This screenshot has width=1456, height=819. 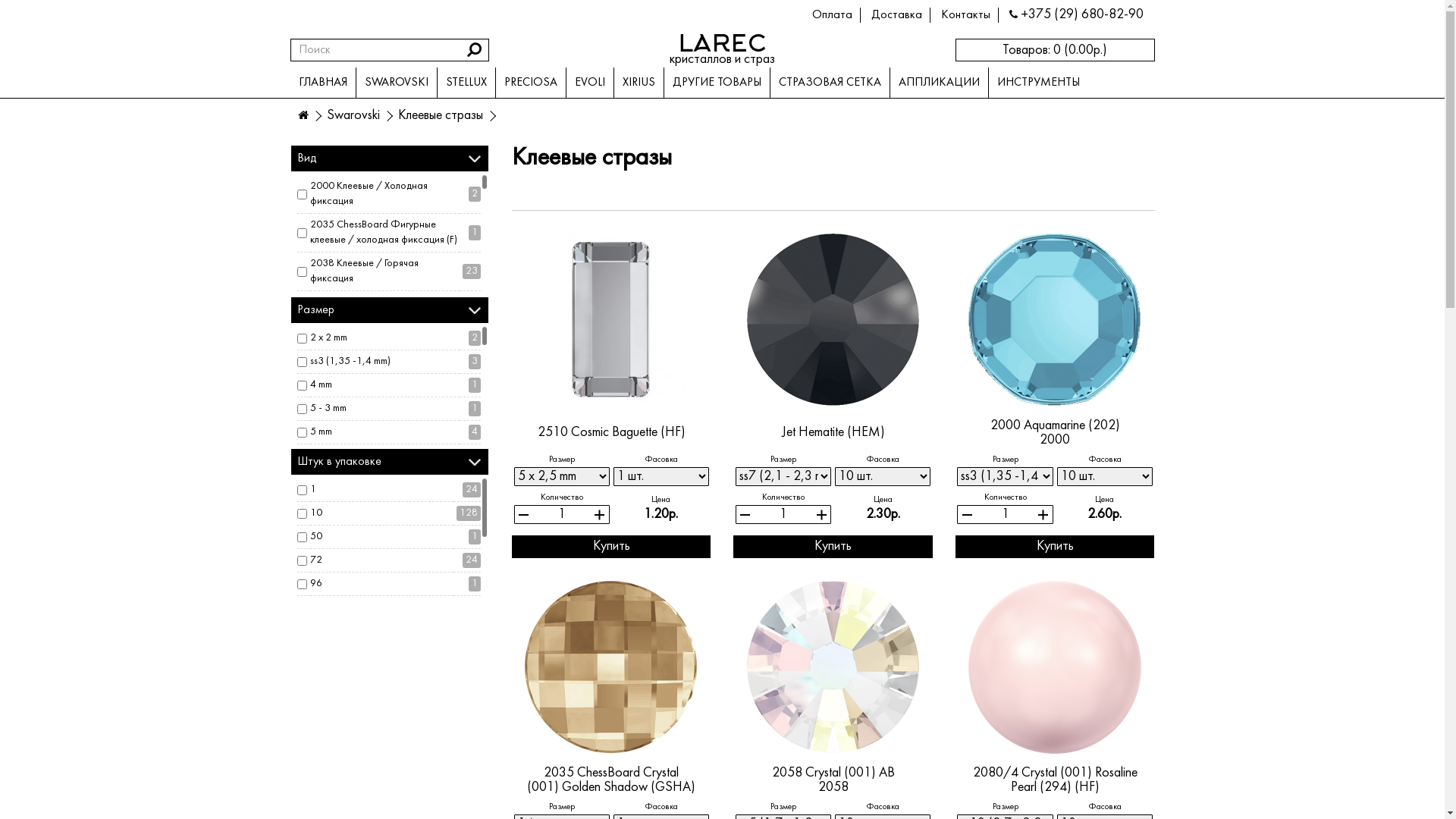 I want to click on '2058 Crystal (001) AB', so click(x=771, y=773).